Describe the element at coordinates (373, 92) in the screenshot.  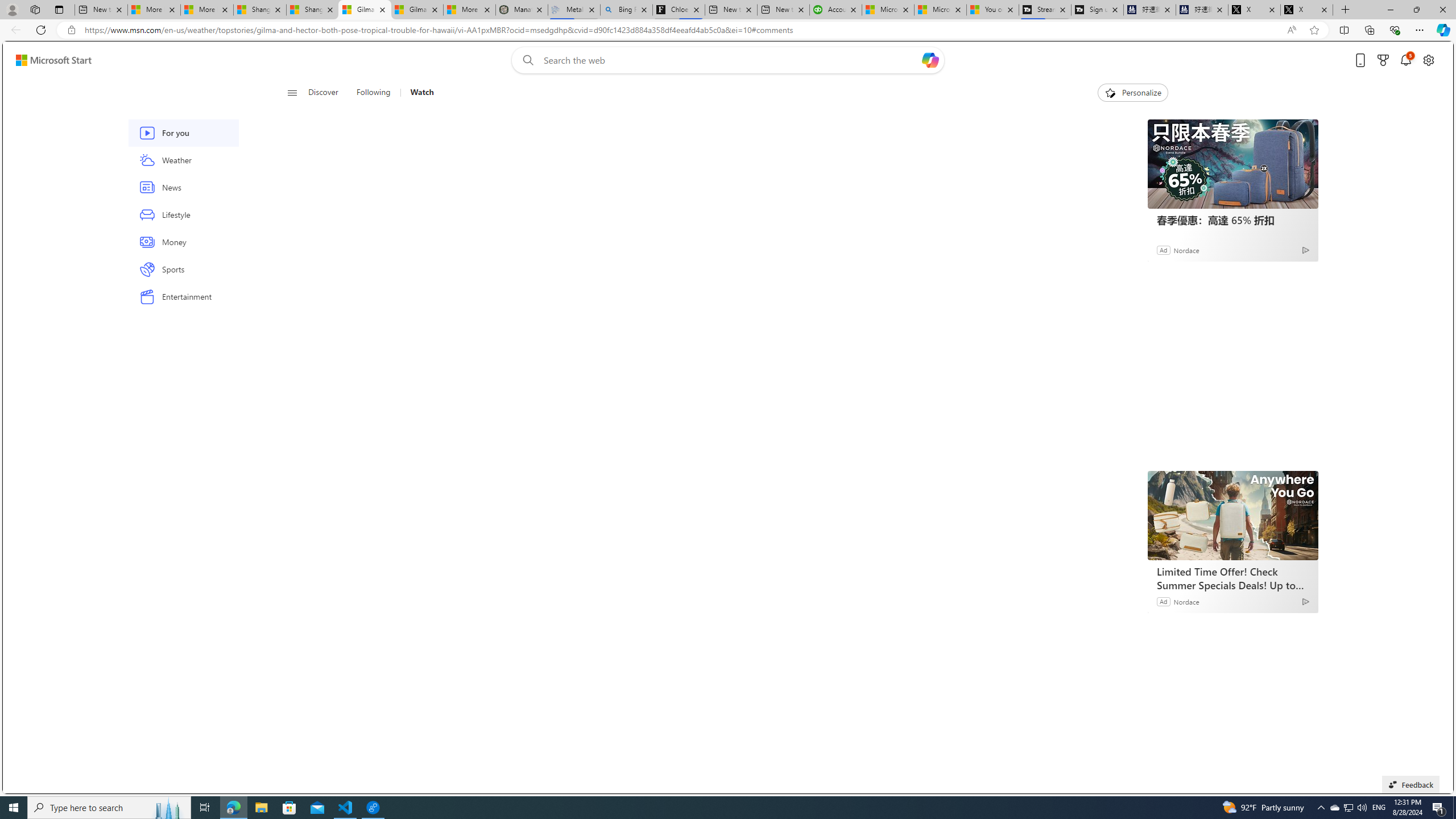
I see `'Following'` at that location.